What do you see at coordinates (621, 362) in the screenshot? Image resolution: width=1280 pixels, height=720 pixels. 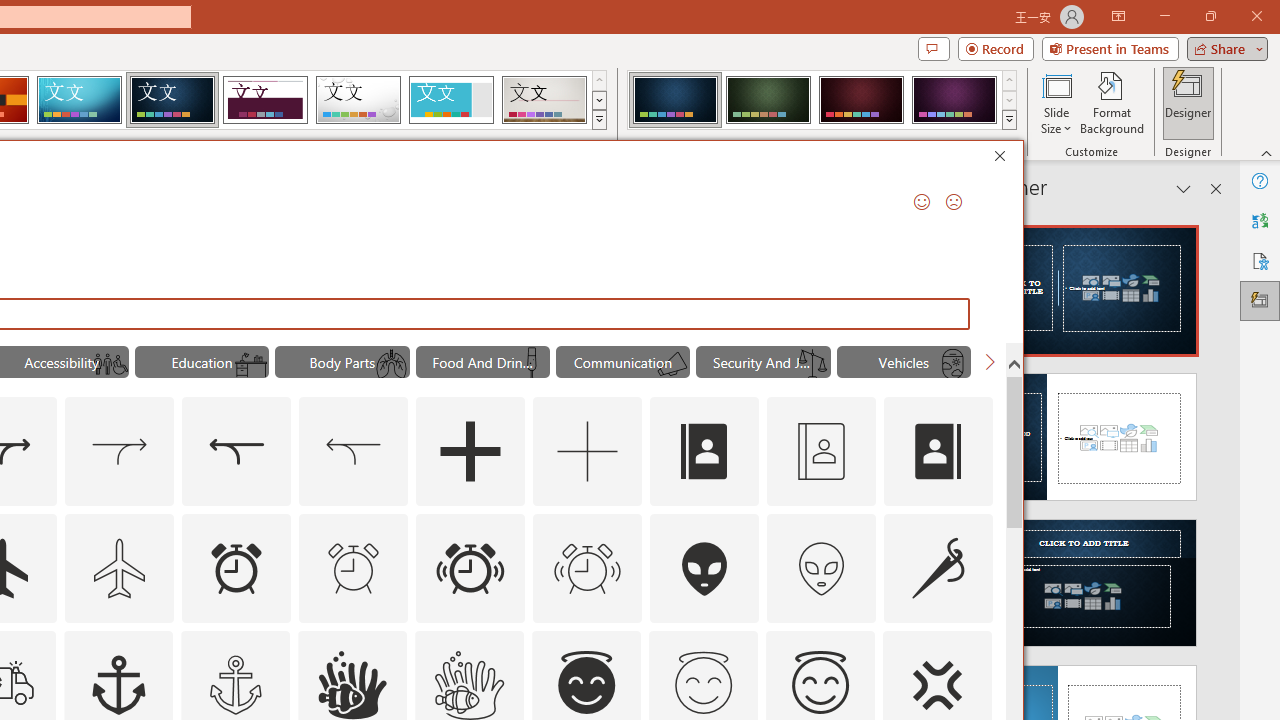 I see `'"Communication" Icons.'` at bounding box center [621, 362].